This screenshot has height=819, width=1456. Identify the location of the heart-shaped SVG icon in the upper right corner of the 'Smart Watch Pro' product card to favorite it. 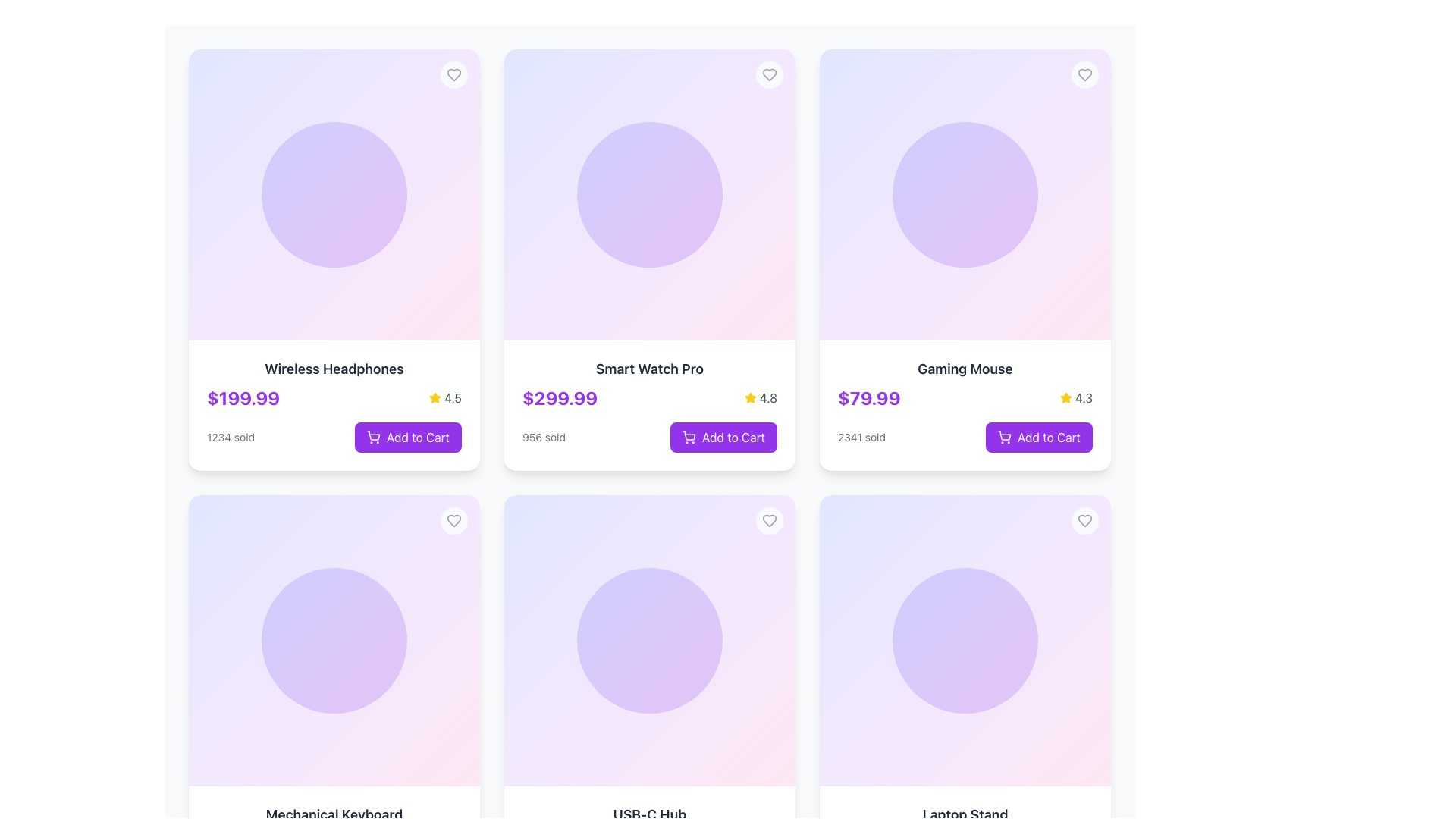
(769, 75).